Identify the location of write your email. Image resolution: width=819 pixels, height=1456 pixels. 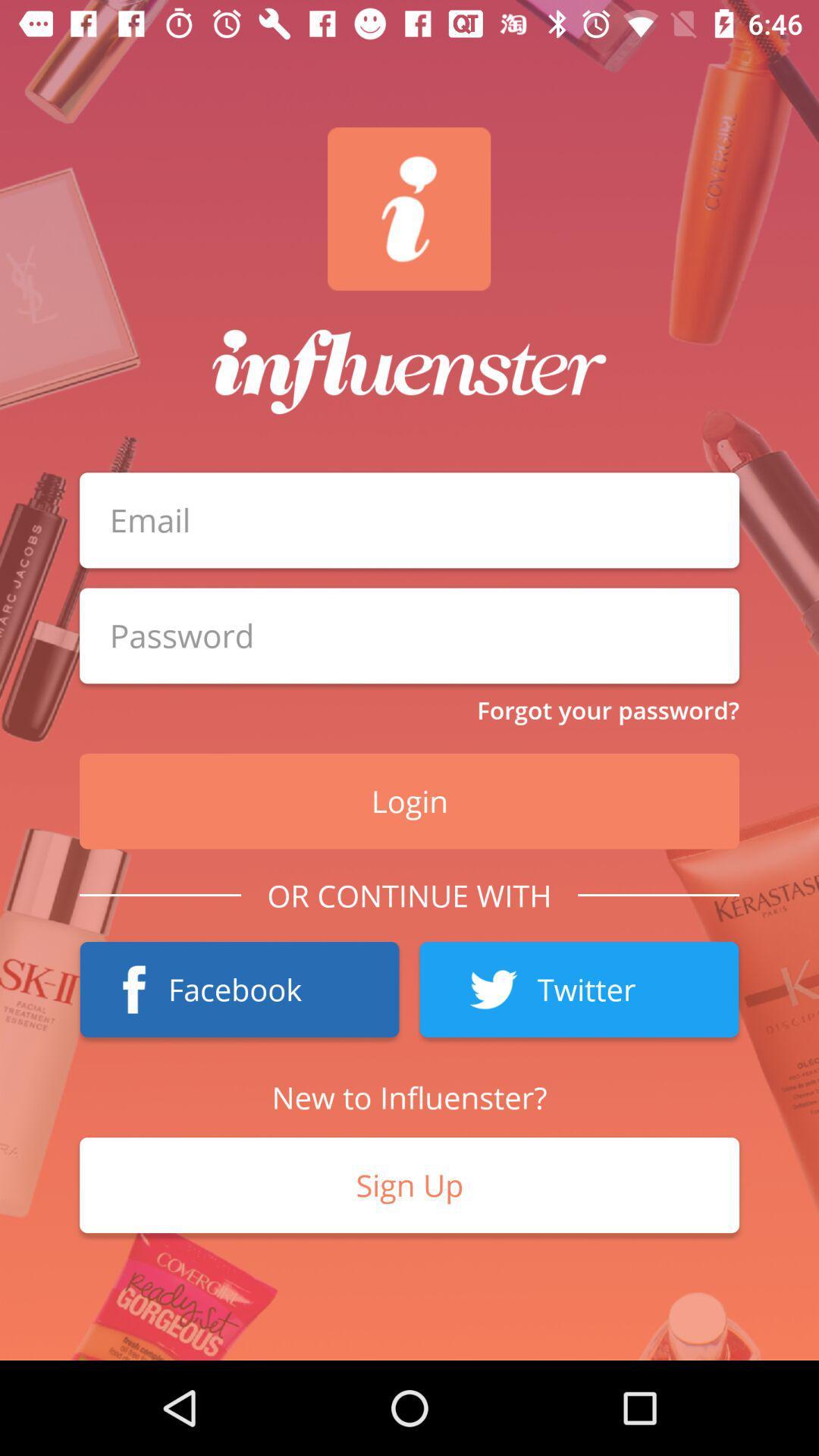
(409, 520).